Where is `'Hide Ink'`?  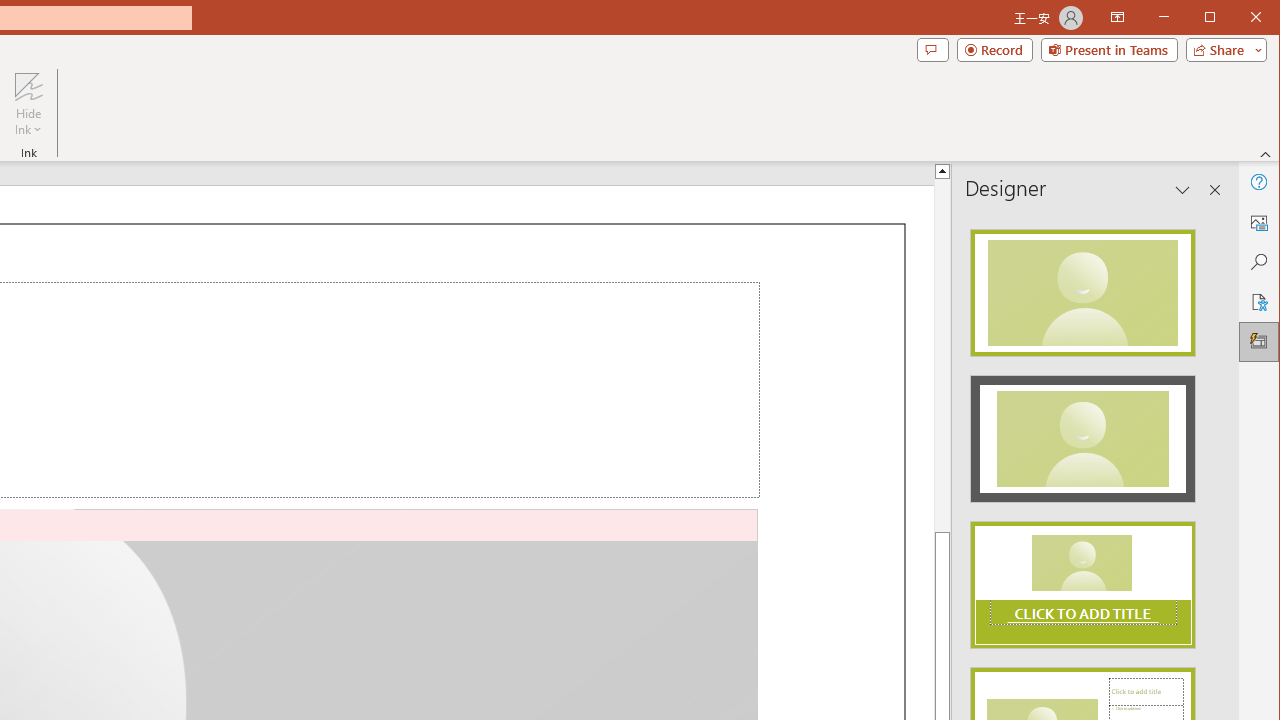 'Hide Ink' is located at coordinates (28, 85).